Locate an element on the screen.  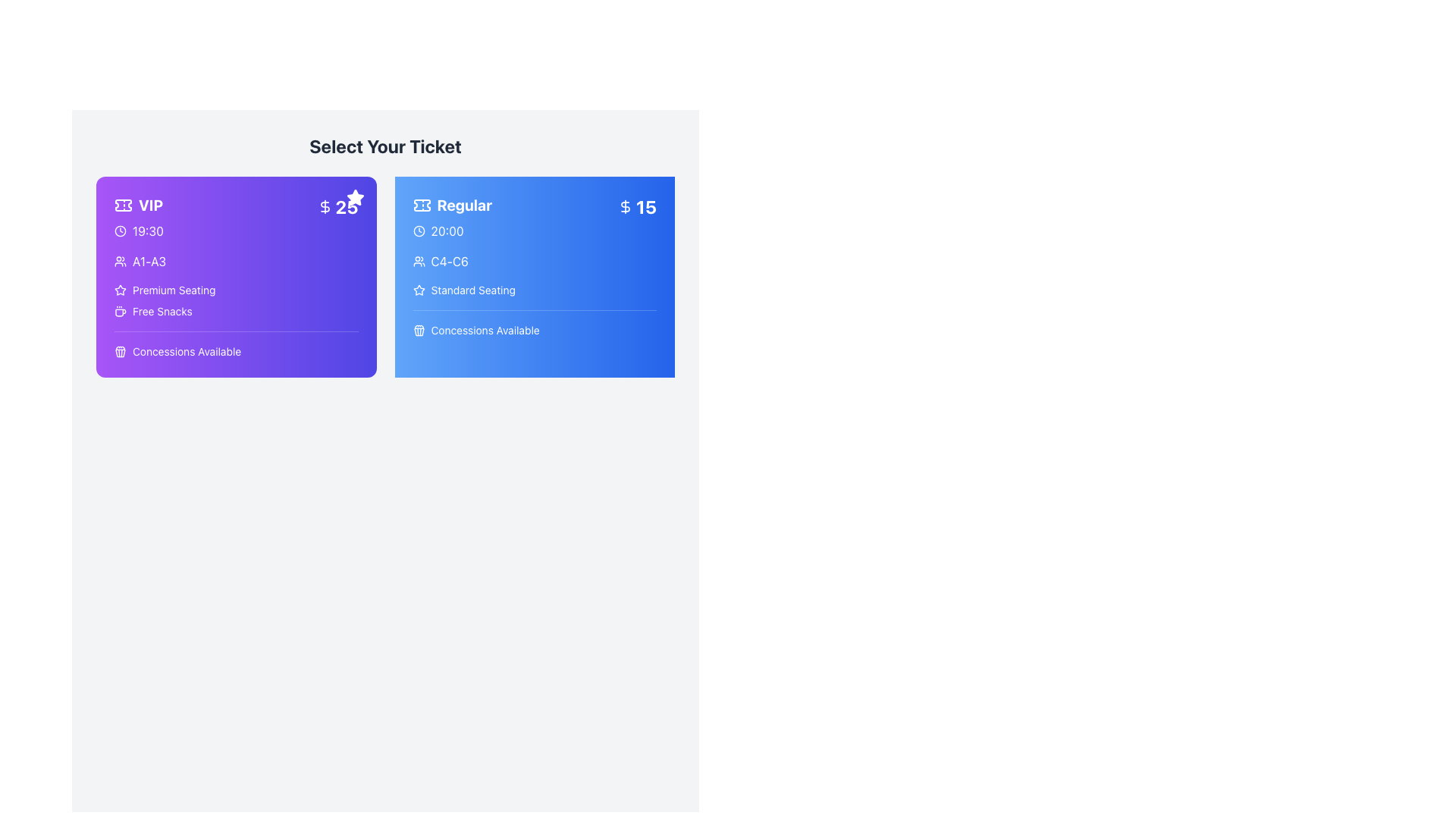
the price label for the 'Regular' ticket displayed in large text in the top-right corner of the blue card labeled 'Regular' is located at coordinates (646, 207).